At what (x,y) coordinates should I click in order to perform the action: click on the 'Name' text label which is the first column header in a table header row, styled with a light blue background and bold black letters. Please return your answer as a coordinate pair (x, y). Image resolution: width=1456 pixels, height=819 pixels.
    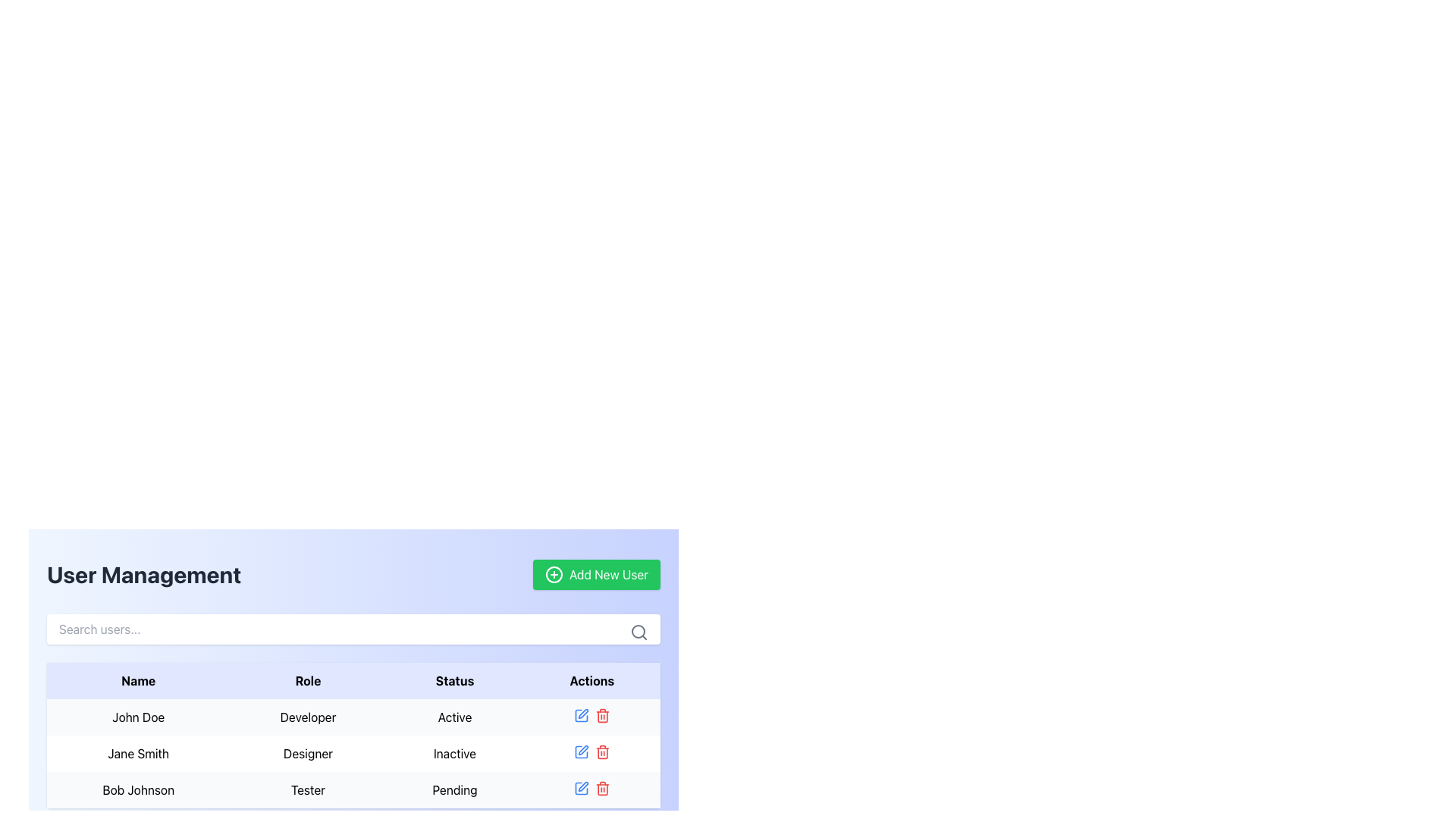
    Looking at the image, I should click on (138, 680).